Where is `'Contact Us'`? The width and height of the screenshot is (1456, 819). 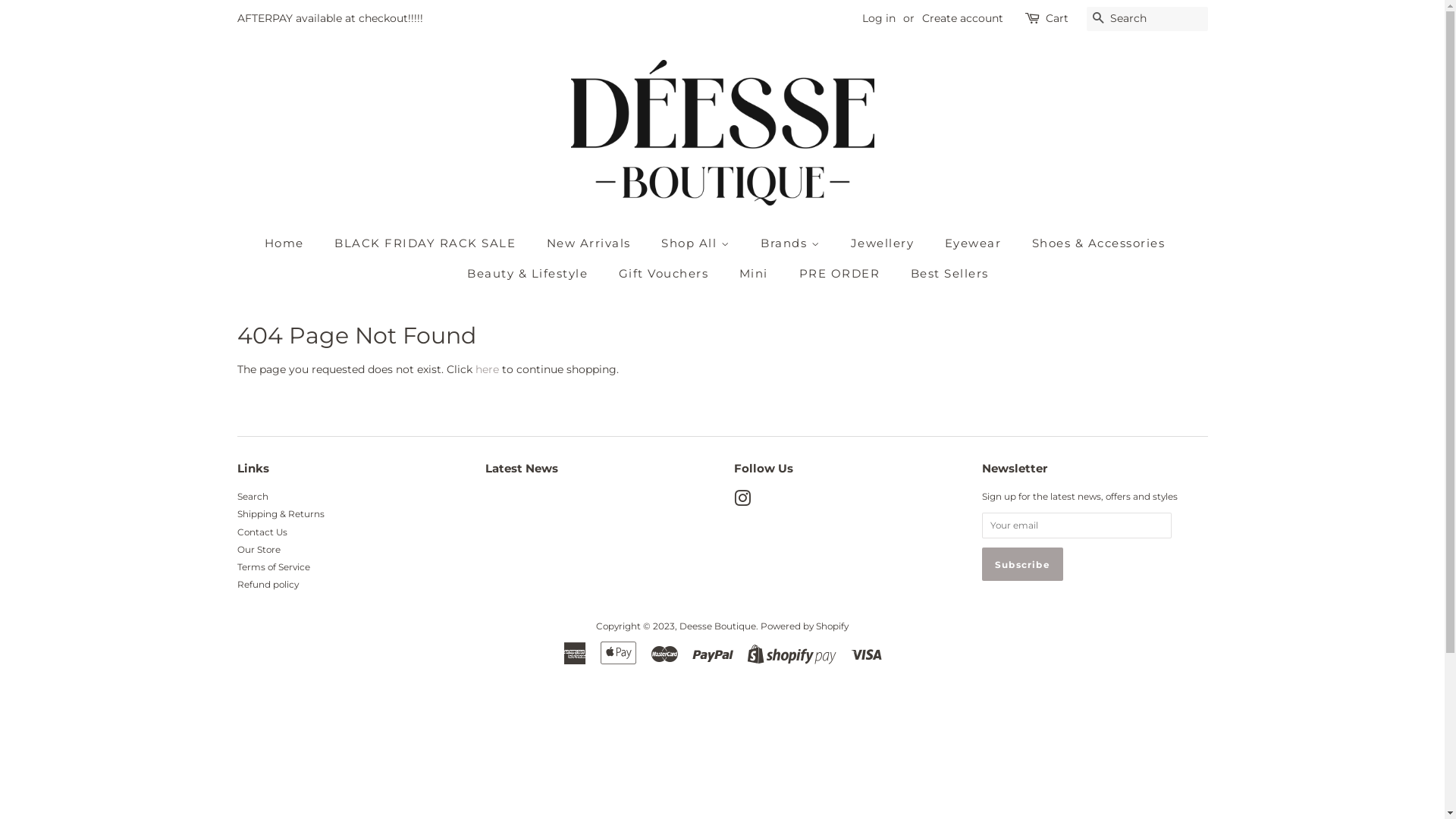
'Contact Us' is located at coordinates (262, 531).